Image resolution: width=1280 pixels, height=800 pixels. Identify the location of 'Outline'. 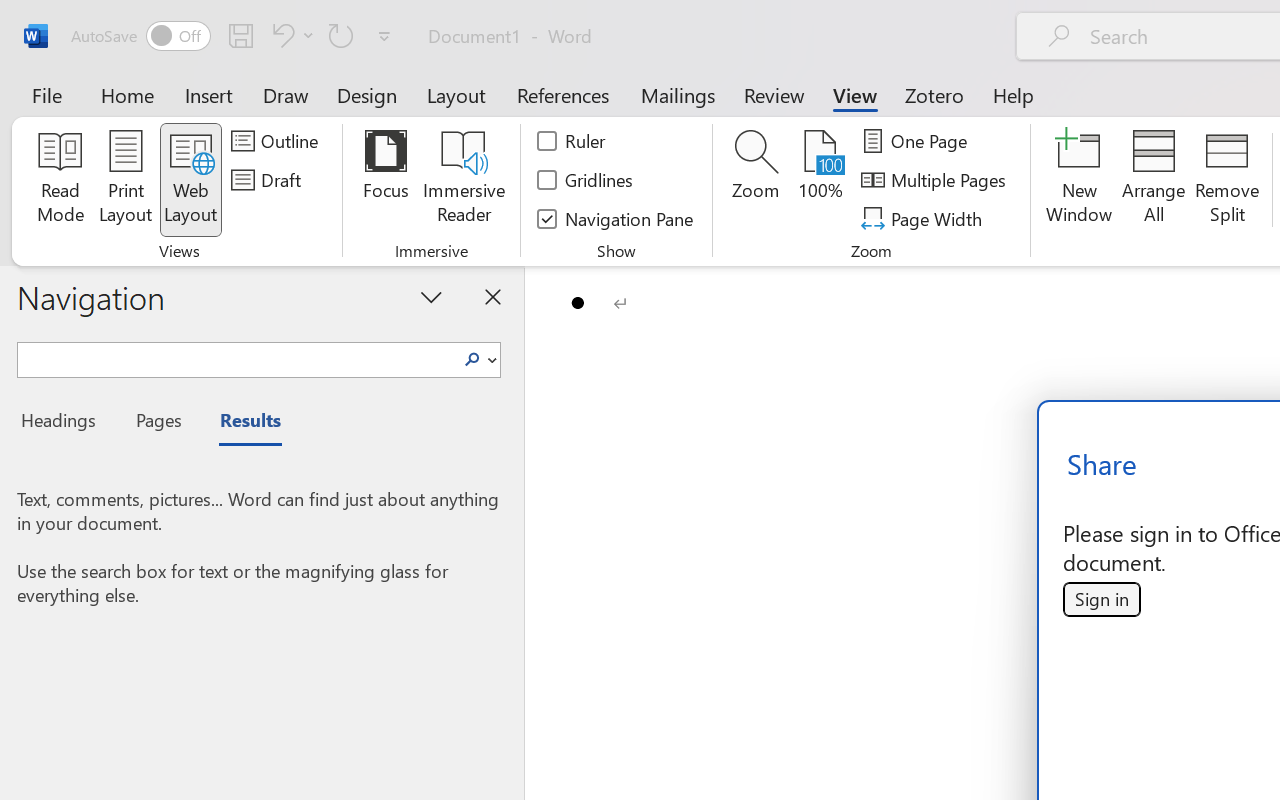
(277, 141).